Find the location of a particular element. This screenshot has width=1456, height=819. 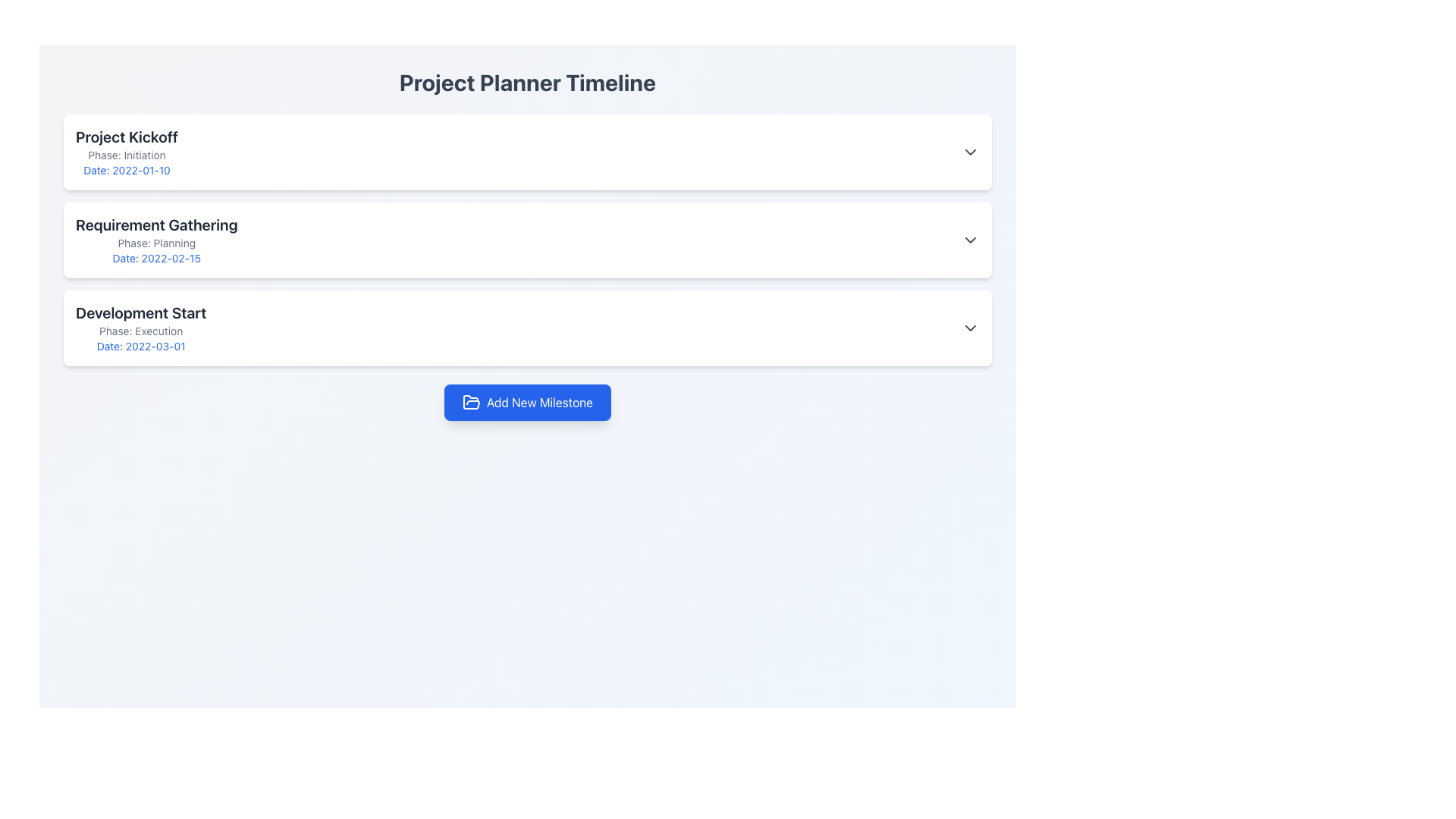

milestone summary displayed in the collapsible section titled 'Development Start', which includes details like 'Phase: Execution' and 'Date: 2022-03-01' is located at coordinates (528, 327).